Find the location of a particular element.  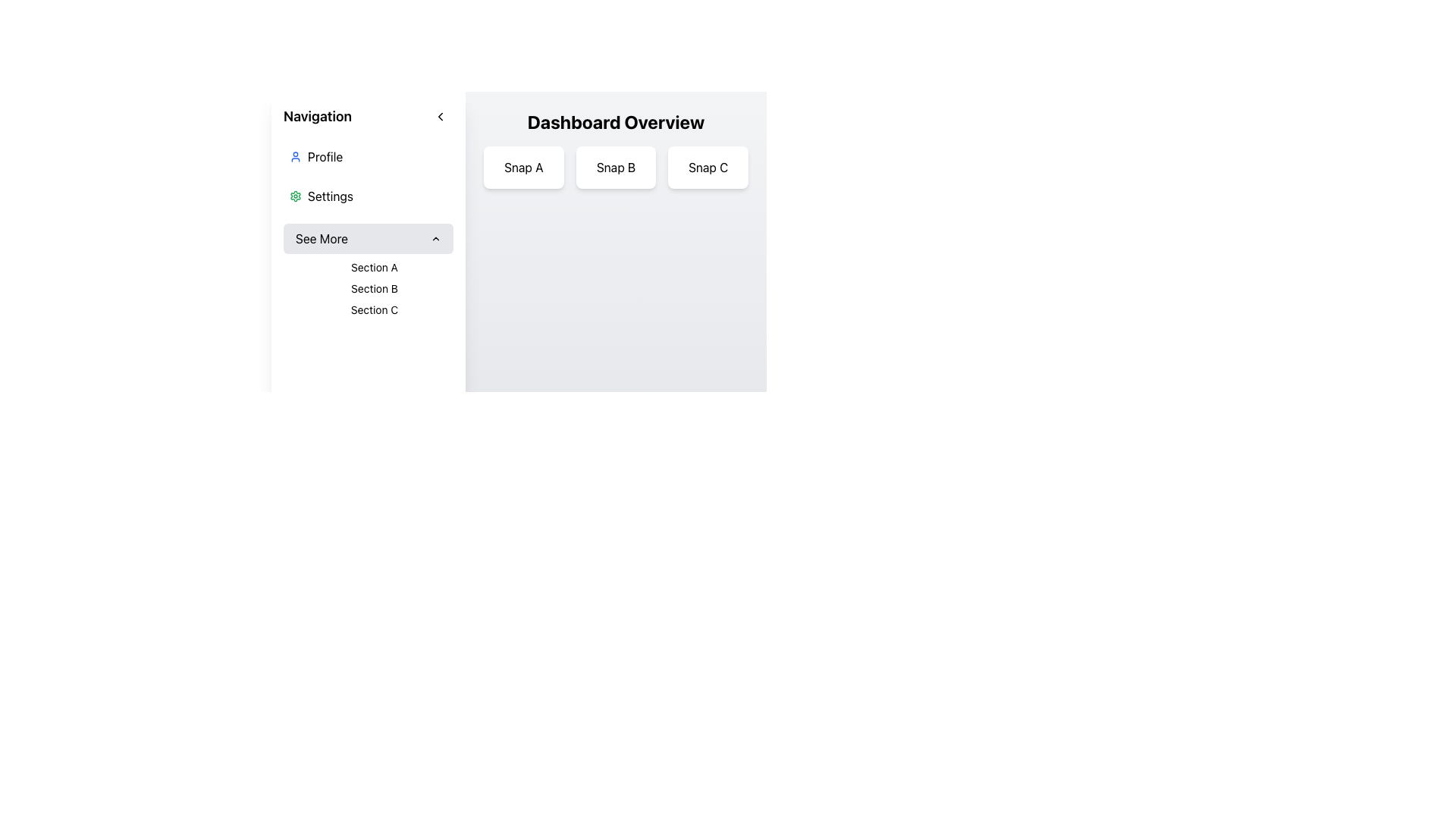

the text label displaying 'Section A' in the sidebar navigation menu, which is the first item in a list of sections under the 'See More' dropdown is located at coordinates (375, 267).